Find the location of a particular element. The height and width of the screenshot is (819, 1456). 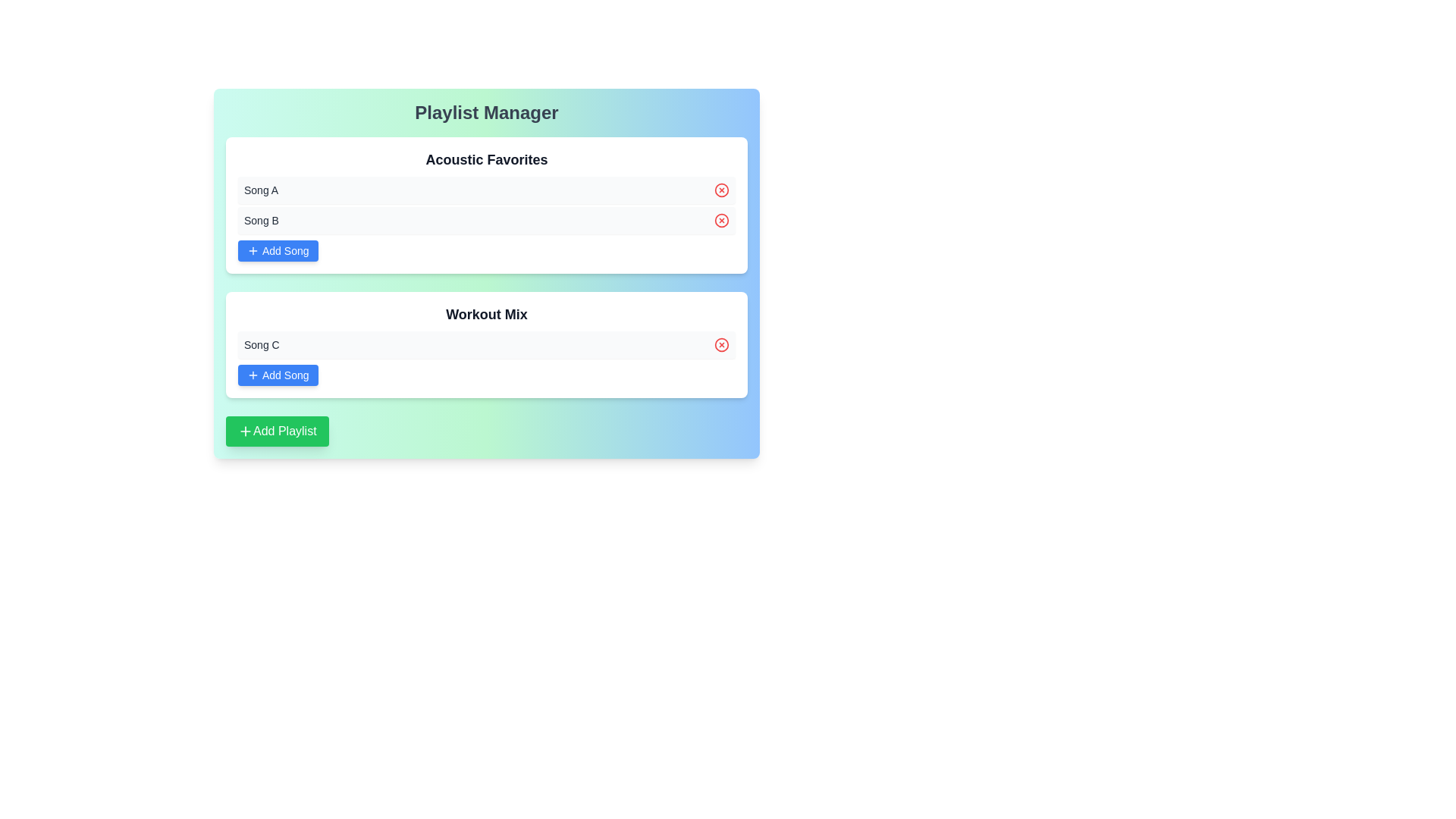

the 'Add Song' button using keyboard navigation is located at coordinates (253, 375).